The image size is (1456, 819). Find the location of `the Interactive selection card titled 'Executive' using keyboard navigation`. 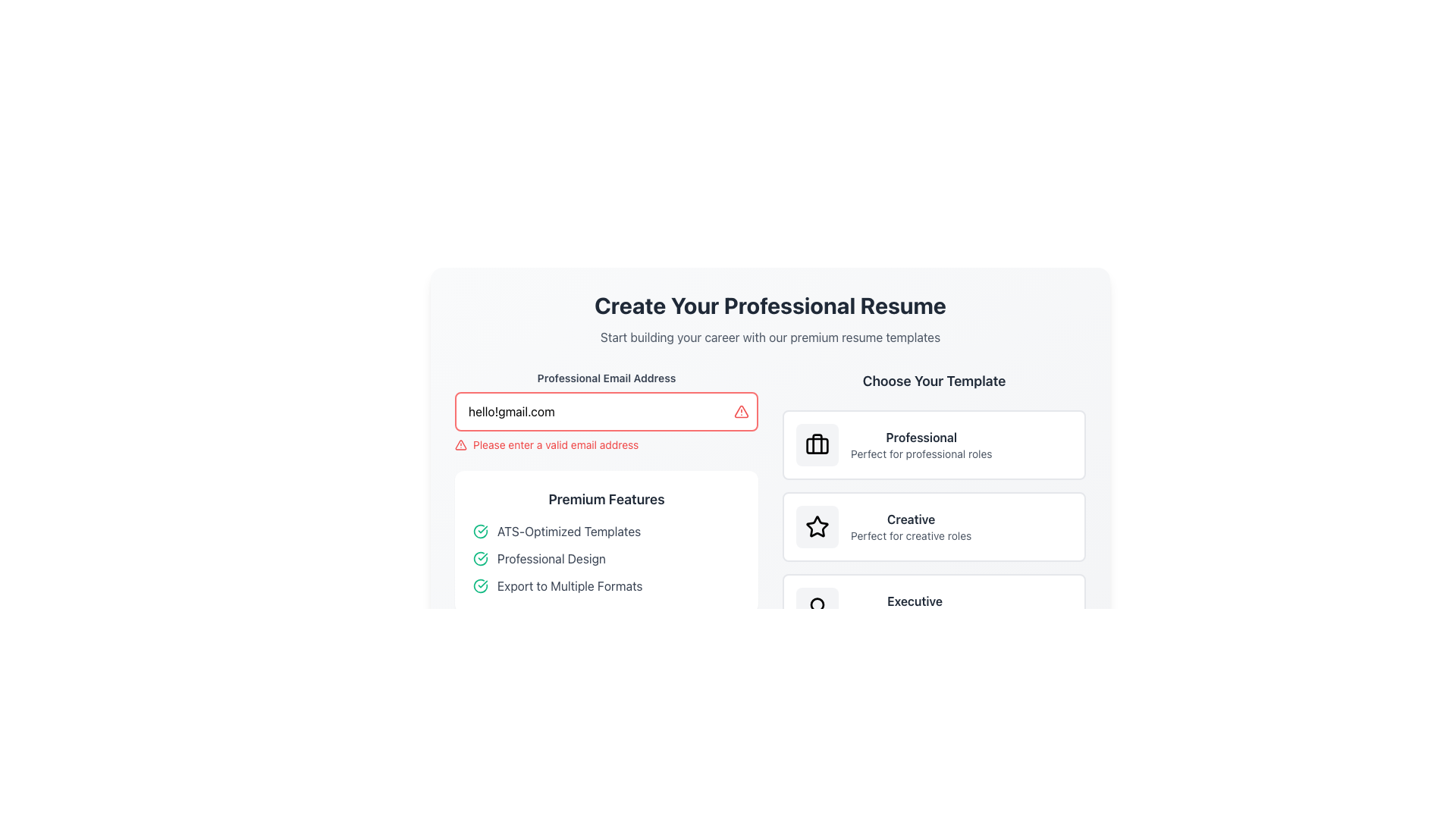

the Interactive selection card titled 'Executive' using keyboard navigation is located at coordinates (934, 607).